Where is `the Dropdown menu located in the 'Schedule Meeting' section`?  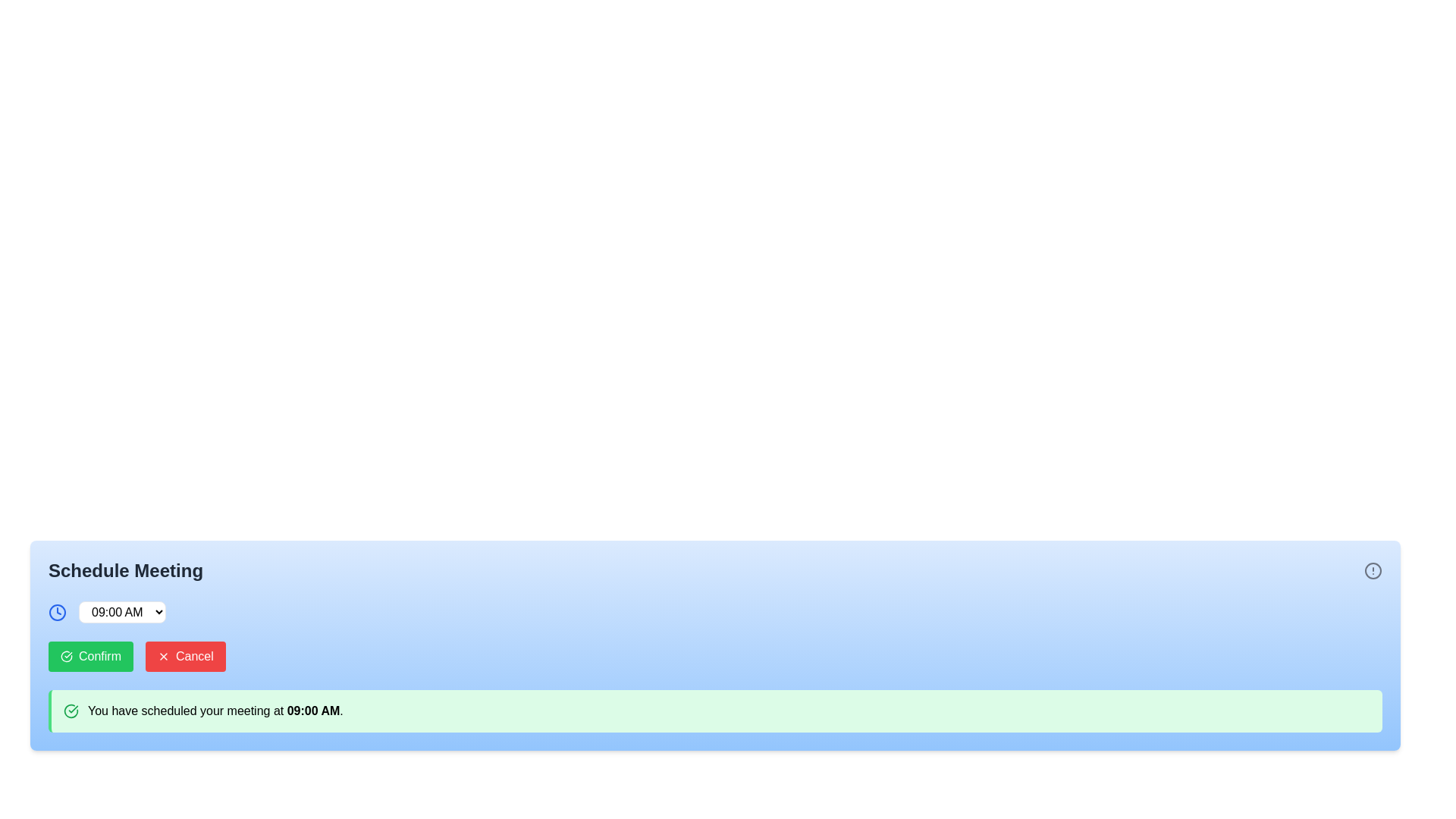
the Dropdown menu located in the 'Schedule Meeting' section is located at coordinates (122, 611).